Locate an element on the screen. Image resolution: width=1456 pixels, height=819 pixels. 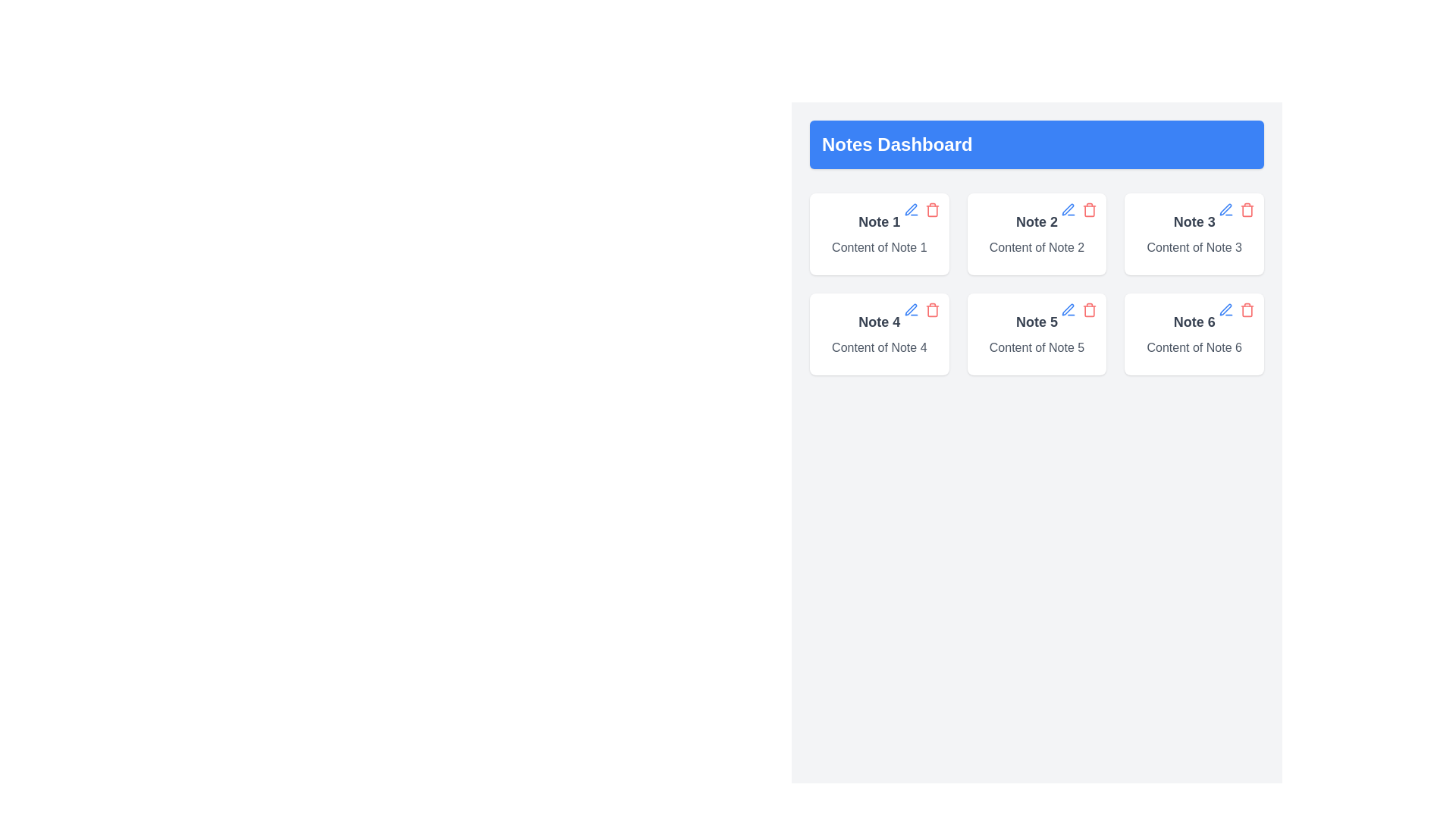
the delete icon button for the Note 4 widget is located at coordinates (931, 309).